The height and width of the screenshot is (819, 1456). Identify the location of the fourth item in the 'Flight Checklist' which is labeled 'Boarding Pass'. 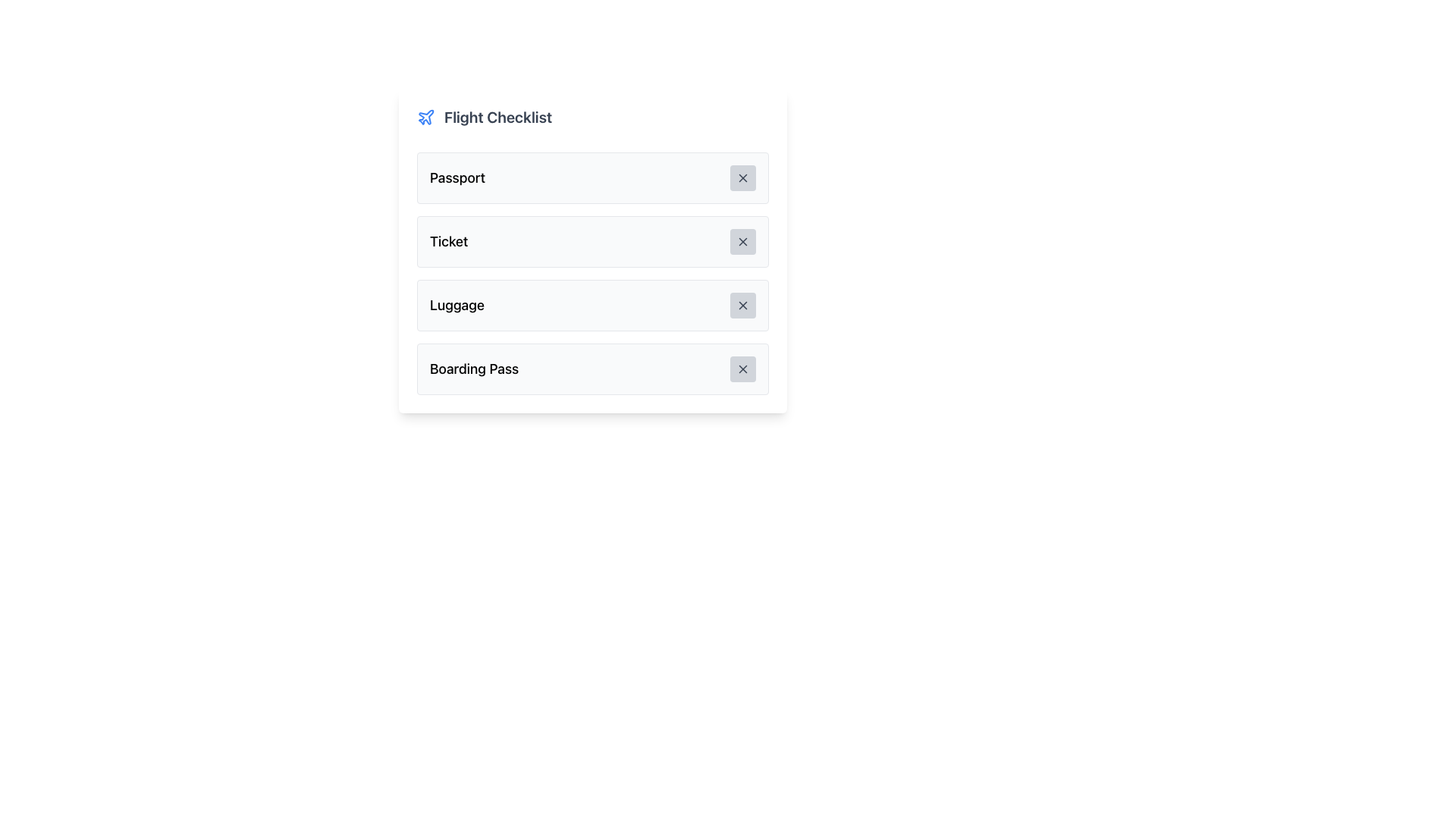
(592, 369).